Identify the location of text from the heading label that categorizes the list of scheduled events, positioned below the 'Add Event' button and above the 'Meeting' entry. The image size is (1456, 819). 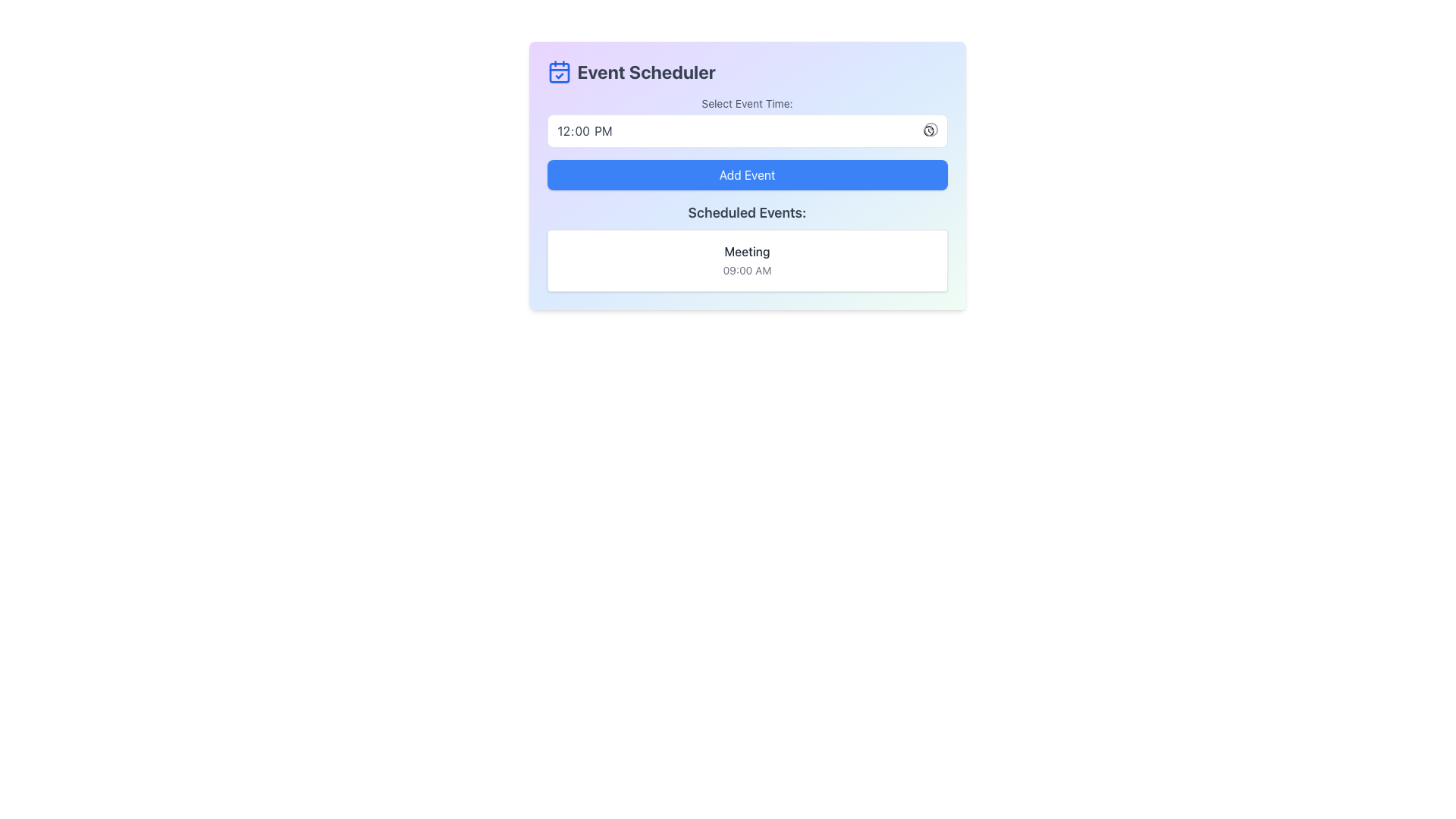
(747, 213).